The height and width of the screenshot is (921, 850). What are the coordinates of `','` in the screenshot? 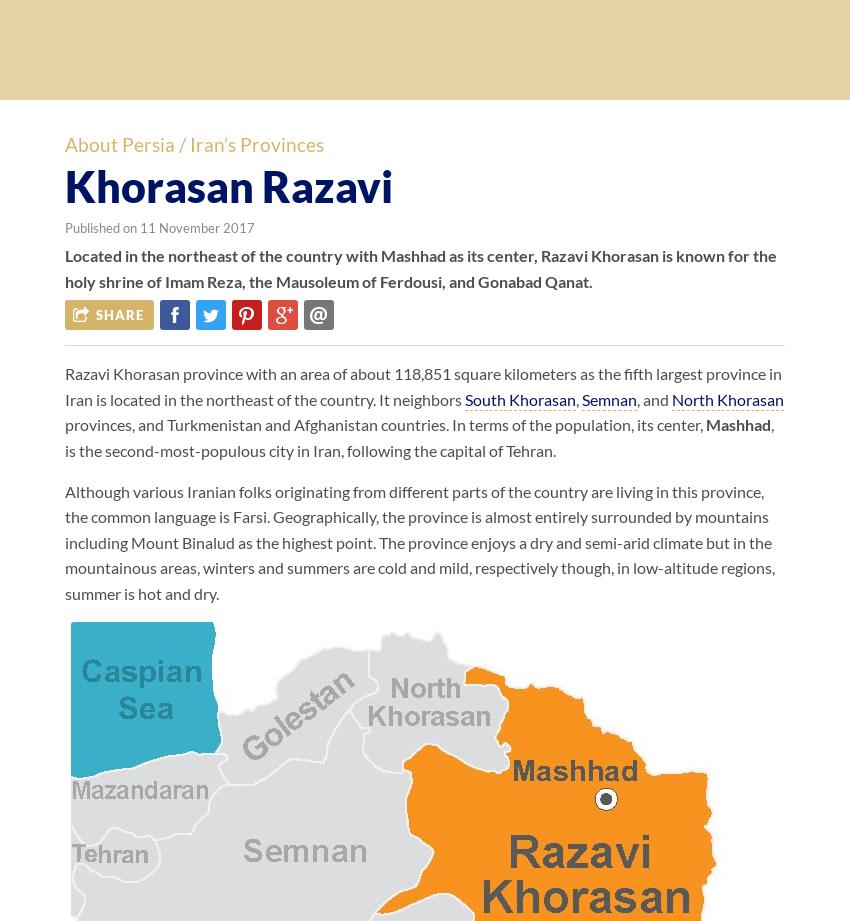 It's located at (579, 398).